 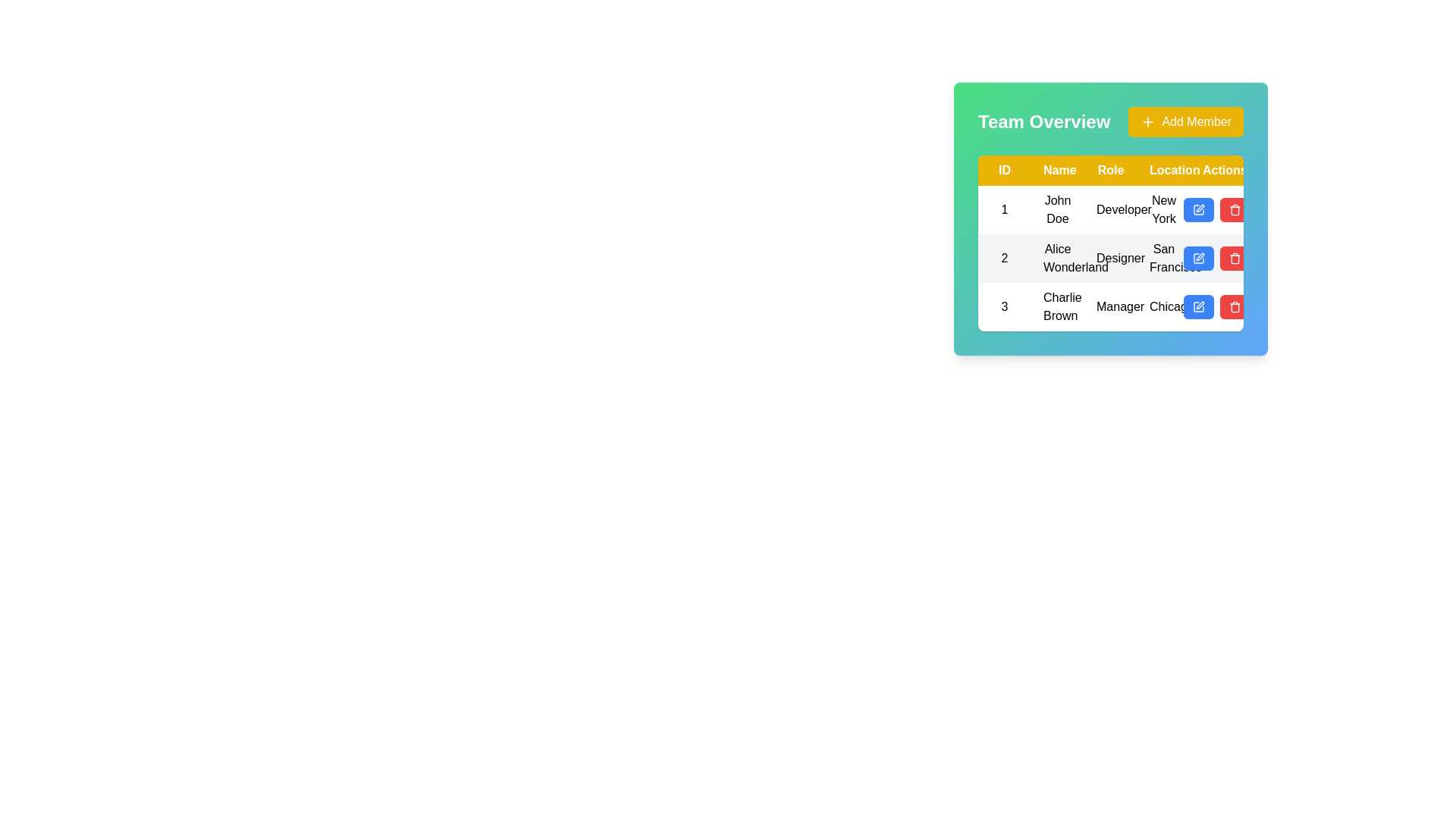 What do you see at coordinates (1110, 210) in the screenshot?
I see `the static text label indicating the professional role of 'John Doe', located in the 'Role' column of the table` at bounding box center [1110, 210].